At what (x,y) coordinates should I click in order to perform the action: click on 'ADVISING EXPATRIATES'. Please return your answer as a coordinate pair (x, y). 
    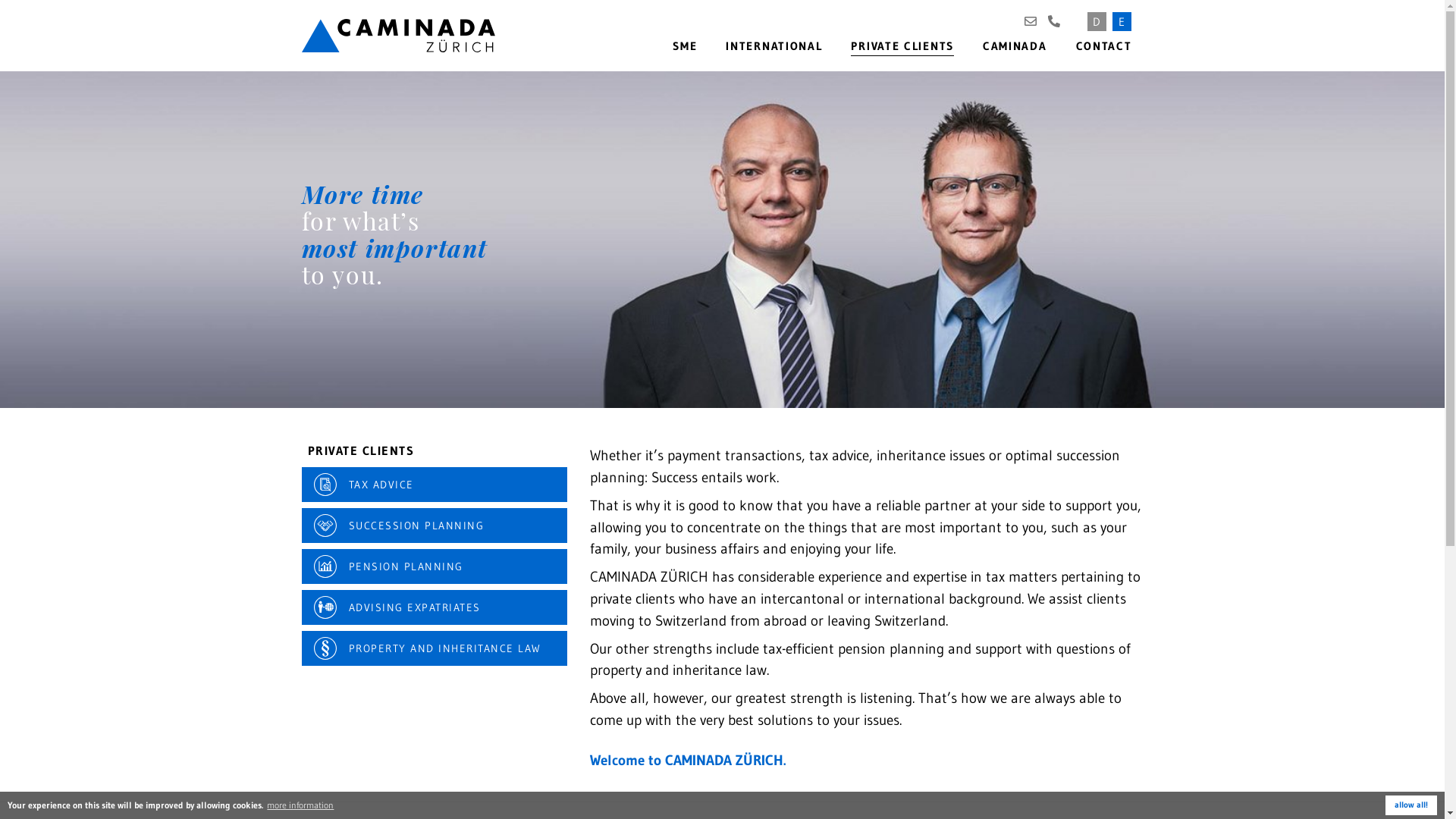
    Looking at the image, I should click on (433, 607).